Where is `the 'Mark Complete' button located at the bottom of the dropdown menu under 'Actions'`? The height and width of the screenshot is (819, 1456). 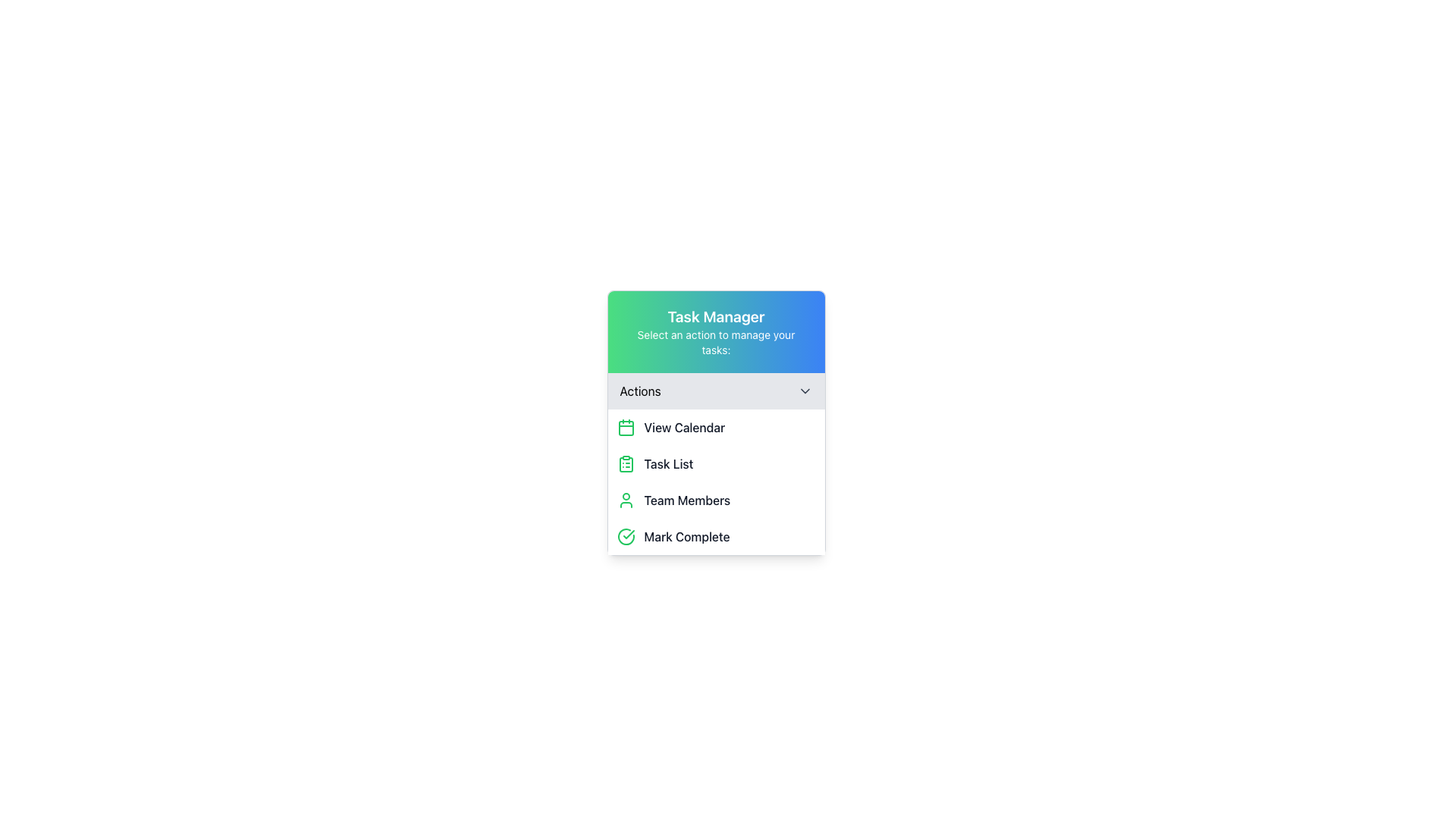
the 'Mark Complete' button located at the bottom of the dropdown menu under 'Actions' is located at coordinates (715, 536).